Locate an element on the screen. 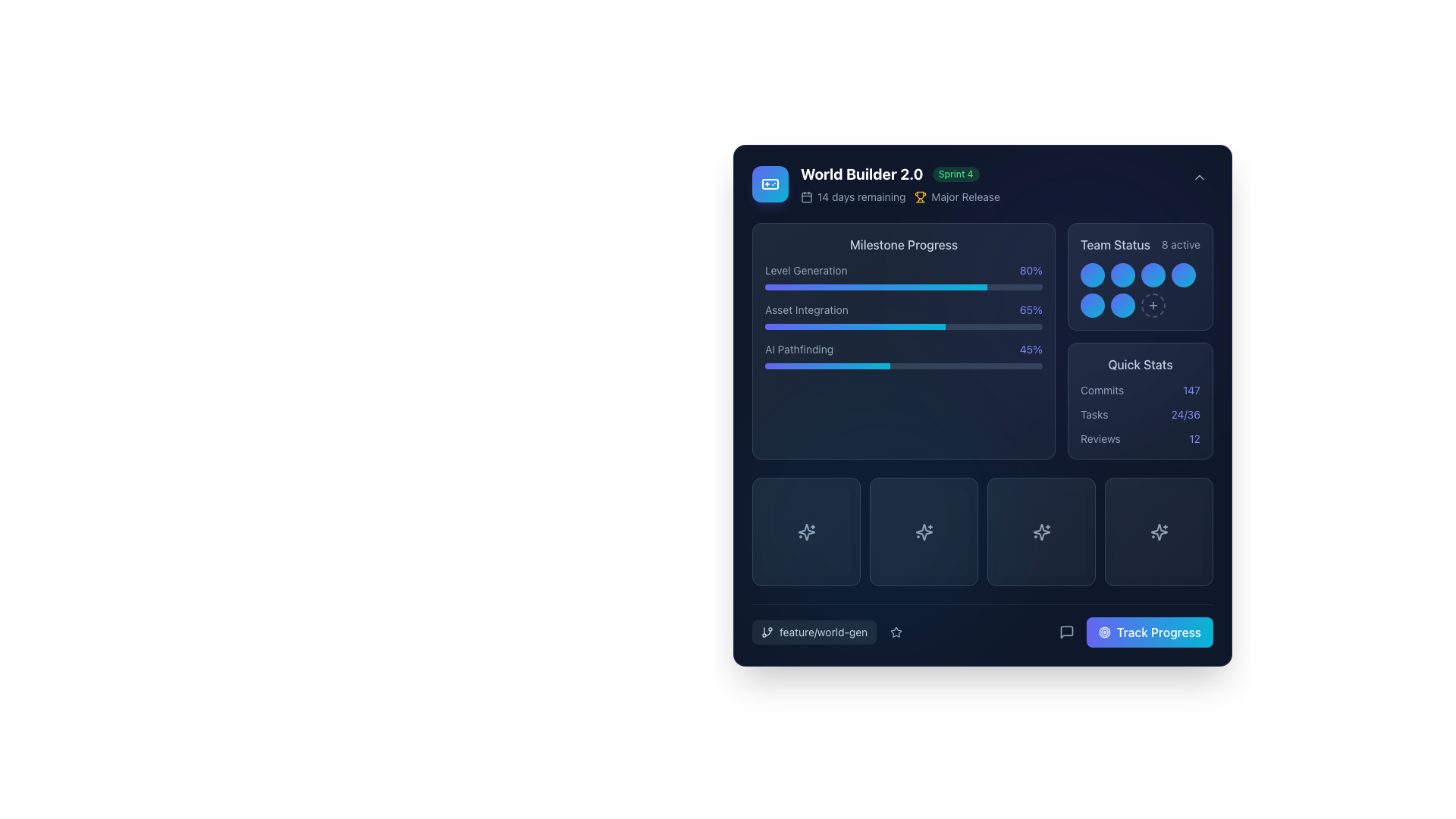 The image size is (1456, 819). the interactive button located in the bottom-right section of the grid layout is located at coordinates (923, 531).